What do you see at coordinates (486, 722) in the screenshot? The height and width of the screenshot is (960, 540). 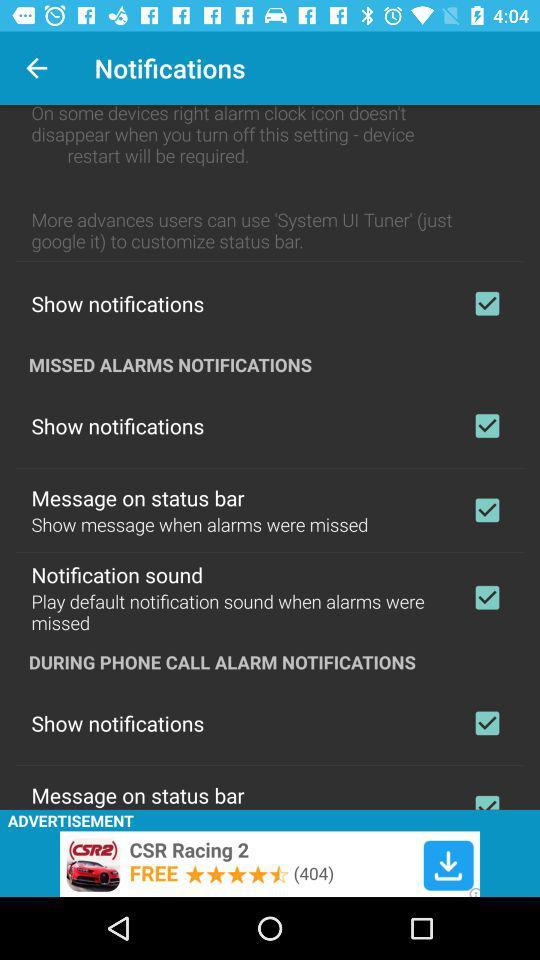 I see `enable show notifications` at bounding box center [486, 722].